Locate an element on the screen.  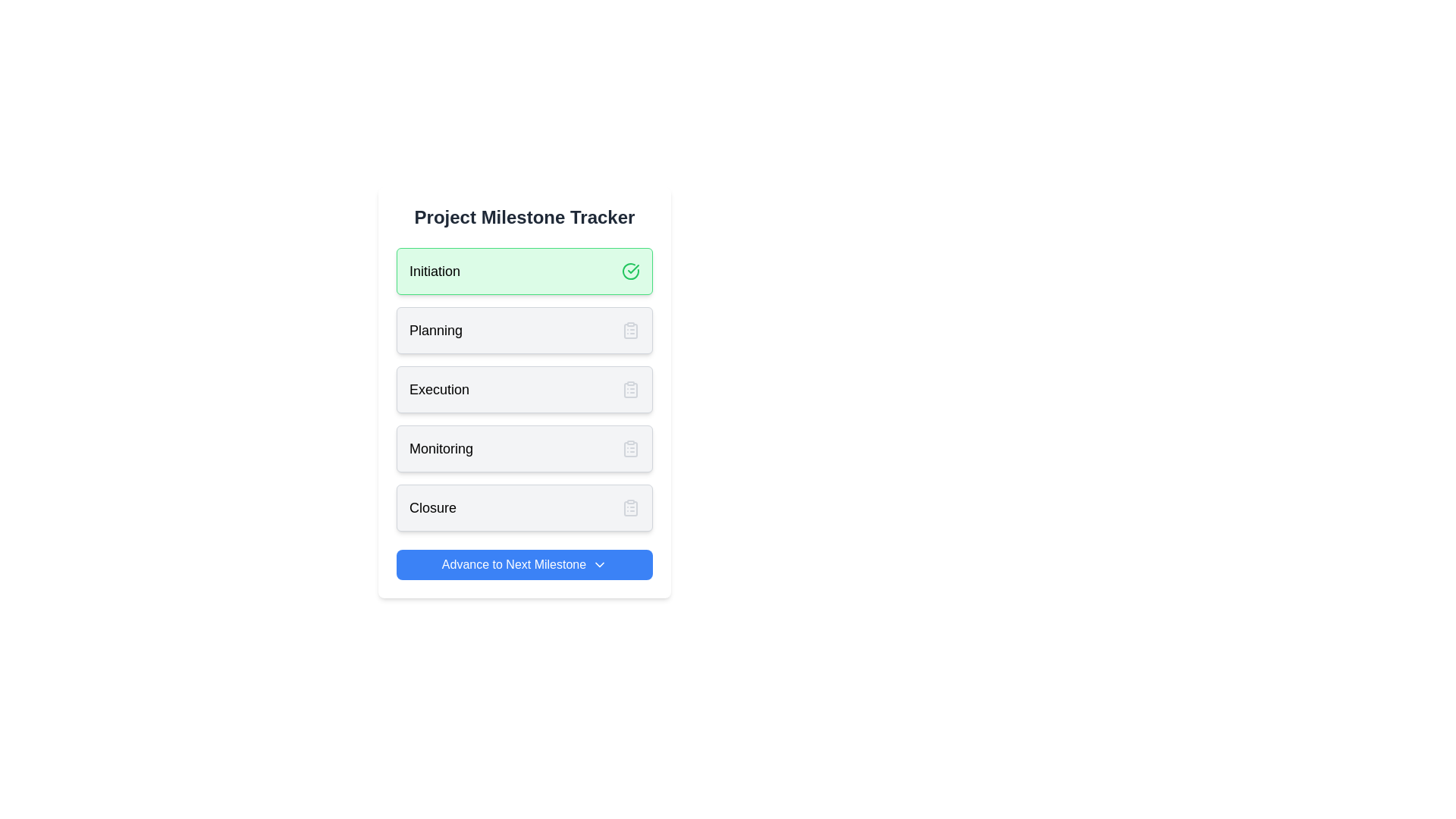
the completion of the 'Initiation' phase in the 'Project Milestone Tracker' by clicking on the active list item marked with a green circle check icon is located at coordinates (524, 271).